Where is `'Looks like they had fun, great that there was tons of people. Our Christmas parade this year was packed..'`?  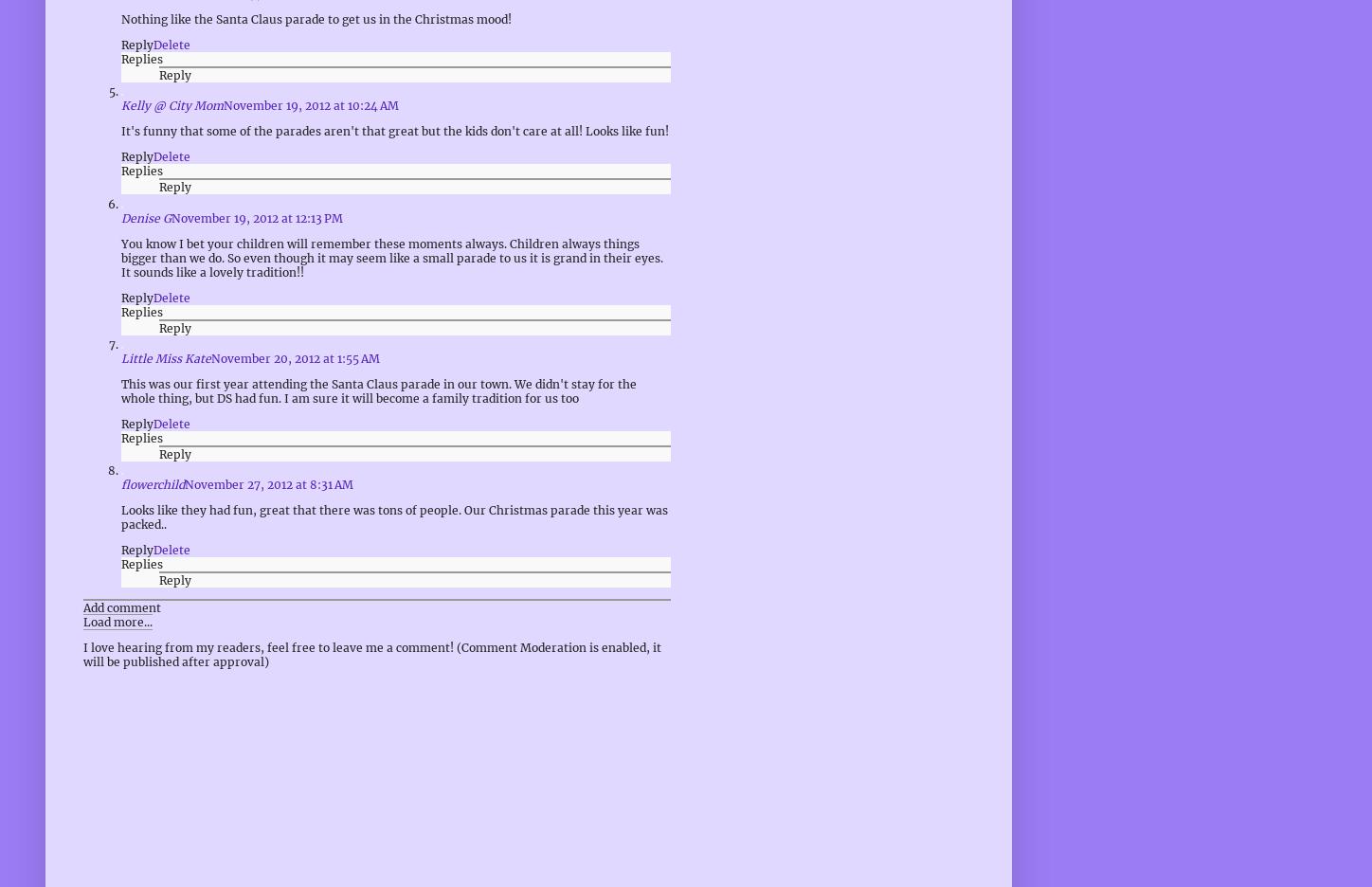 'Looks like they had fun, great that there was tons of people. Our Christmas parade this year was packed..' is located at coordinates (394, 516).